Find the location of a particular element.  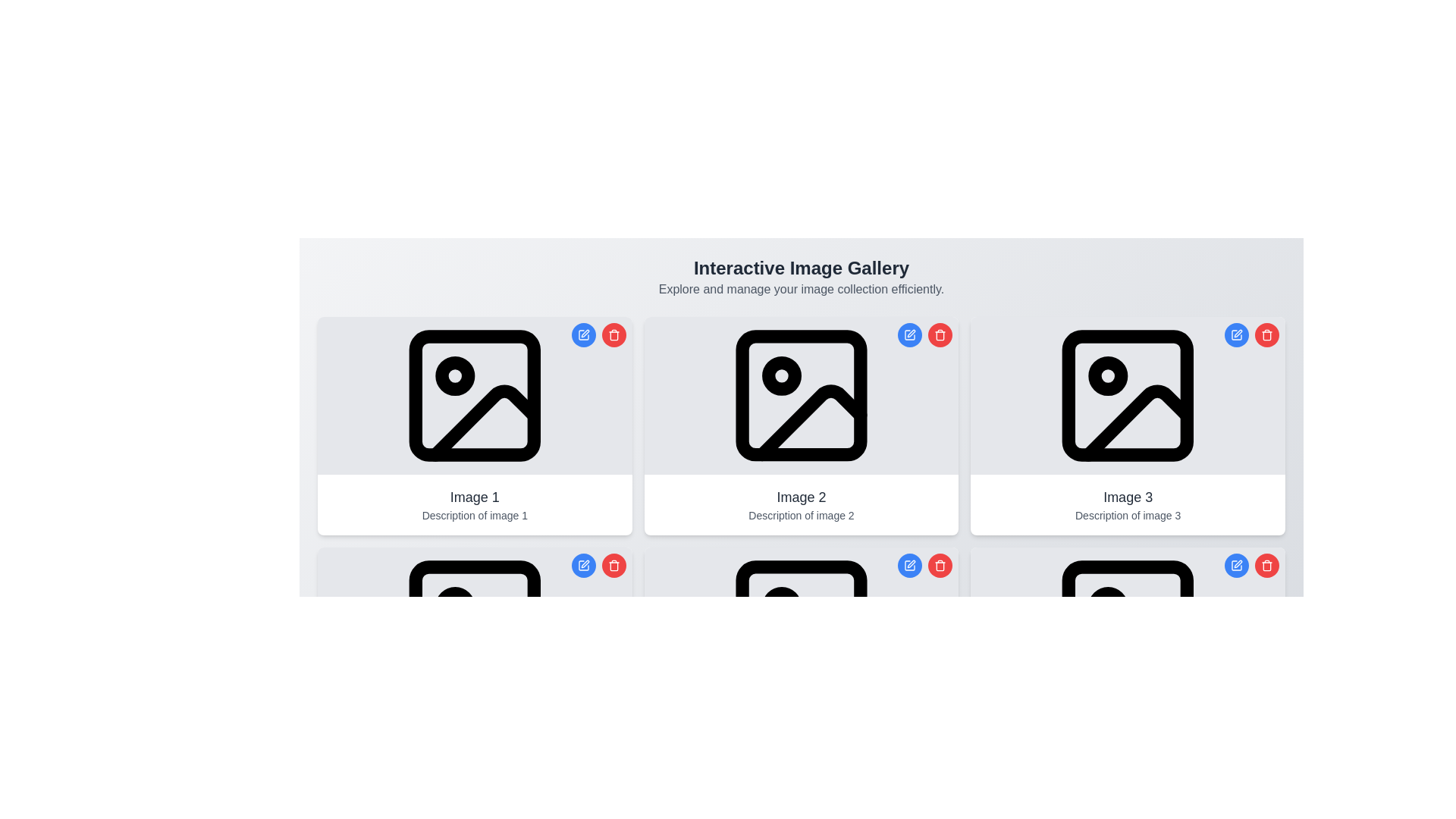

to select the first card in the grid layout that contains an image with a generic placeholder icon and a description reading 'Image 1' and 'Description of image 1' is located at coordinates (473, 426).